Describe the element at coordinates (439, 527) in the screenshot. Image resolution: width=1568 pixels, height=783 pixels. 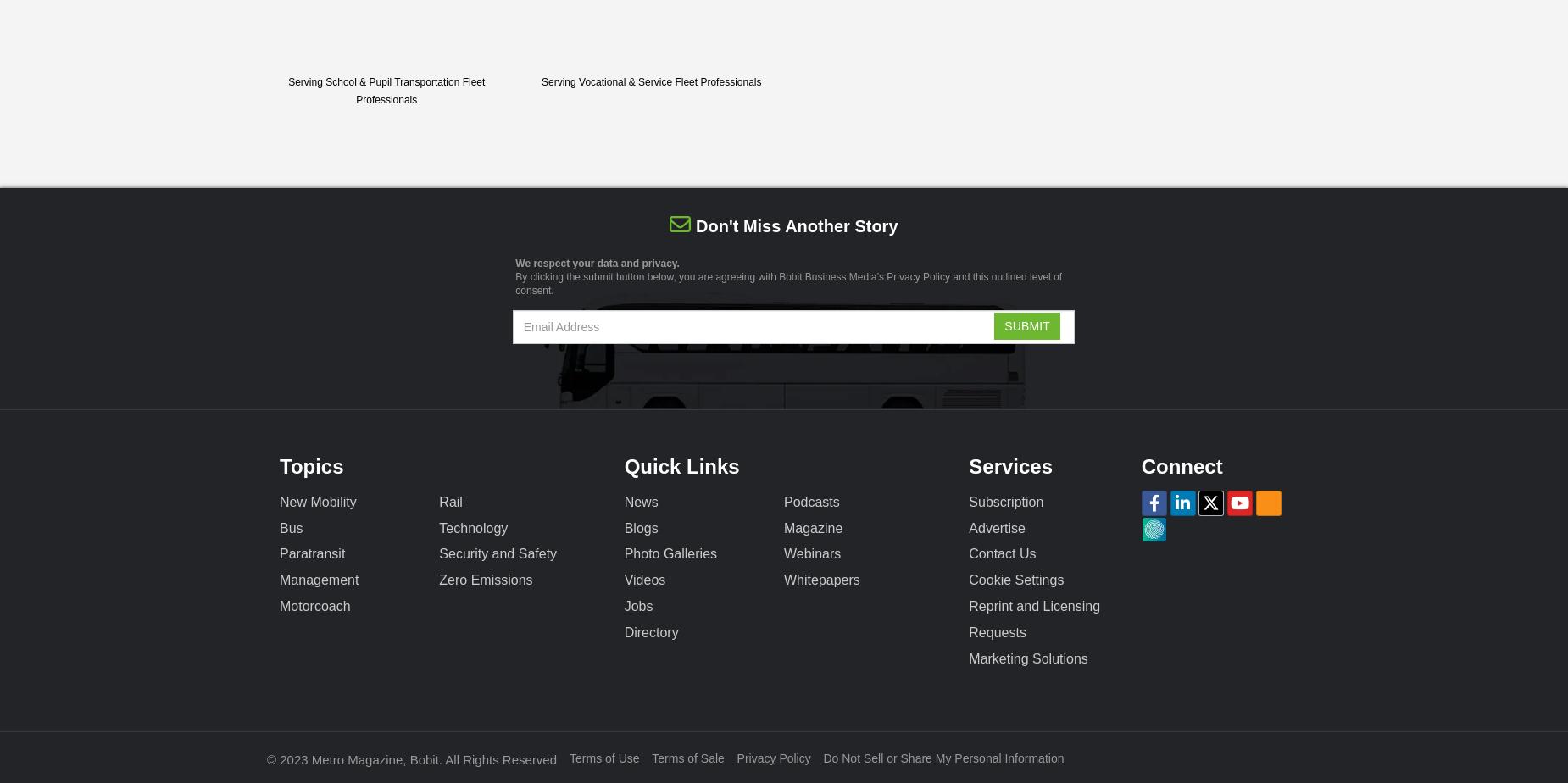
I see `'Technology'` at that location.